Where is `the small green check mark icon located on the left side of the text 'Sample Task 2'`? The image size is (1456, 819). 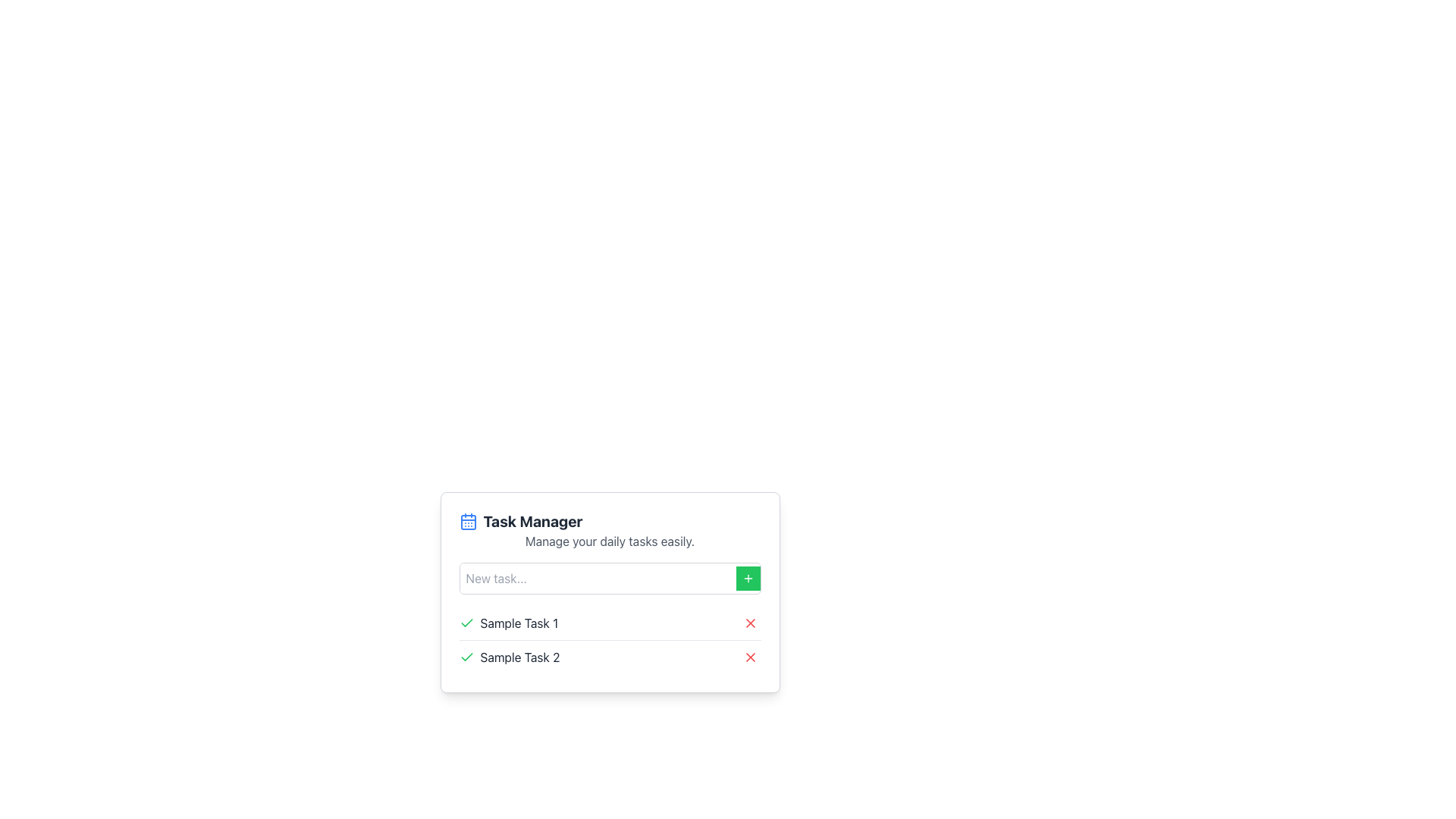 the small green check mark icon located on the left side of the text 'Sample Task 2' is located at coordinates (466, 657).